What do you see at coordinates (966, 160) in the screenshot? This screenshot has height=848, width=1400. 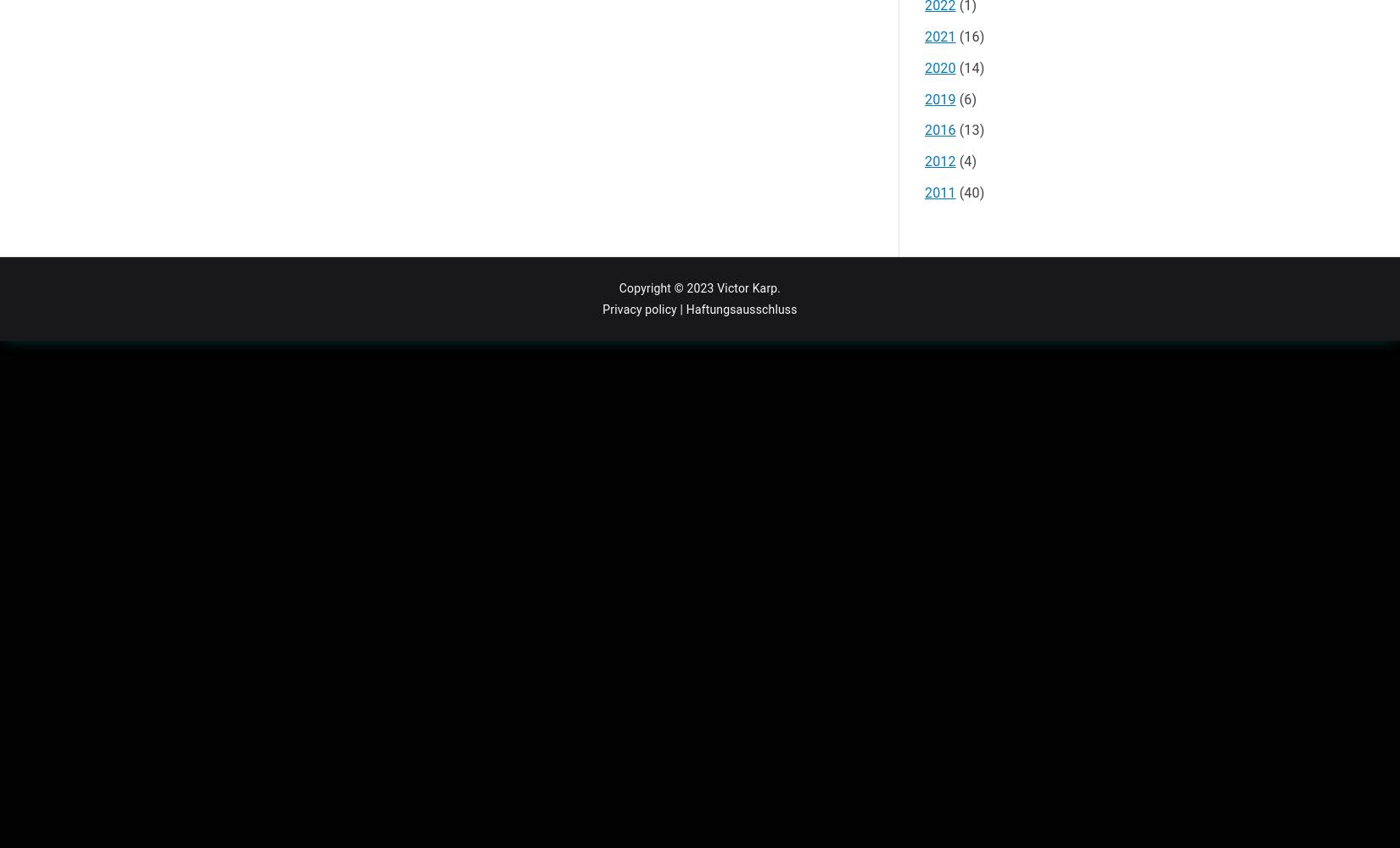 I see `'(4)'` at bounding box center [966, 160].